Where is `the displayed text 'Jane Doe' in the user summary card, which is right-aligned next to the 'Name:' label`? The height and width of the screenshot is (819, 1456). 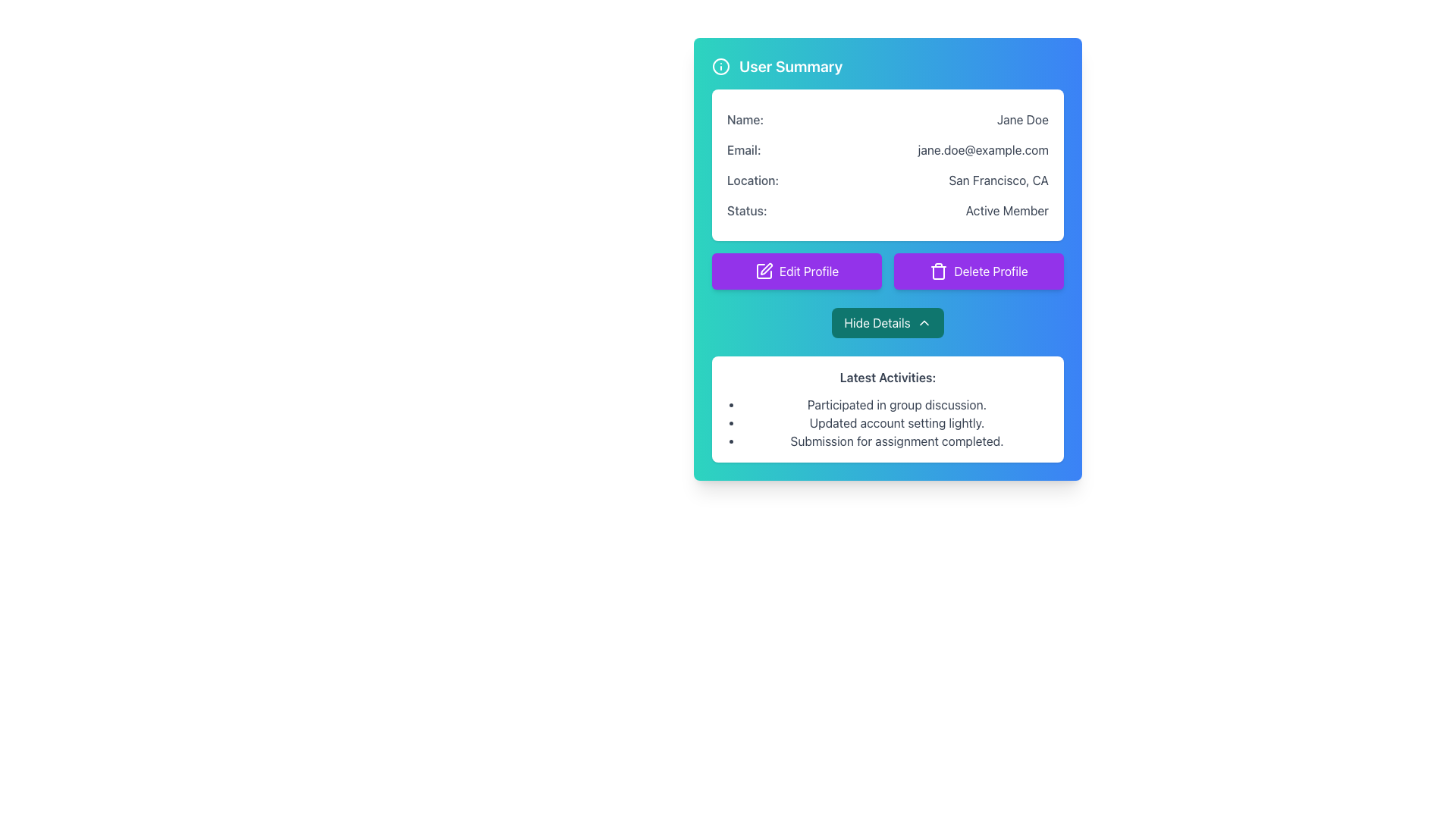 the displayed text 'Jane Doe' in the user summary card, which is right-aligned next to the 'Name:' label is located at coordinates (1022, 119).